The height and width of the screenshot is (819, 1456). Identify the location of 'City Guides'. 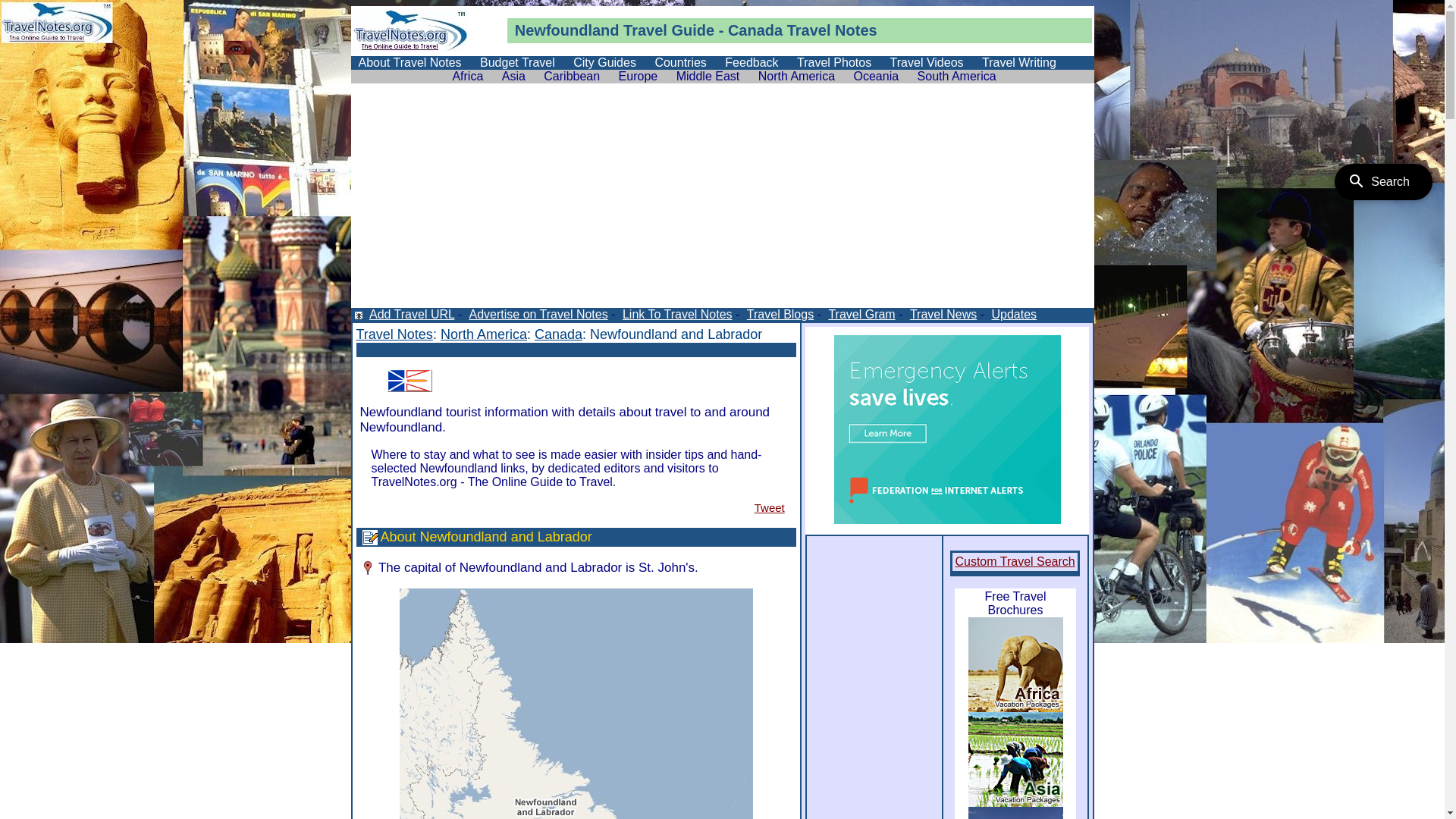
(604, 61).